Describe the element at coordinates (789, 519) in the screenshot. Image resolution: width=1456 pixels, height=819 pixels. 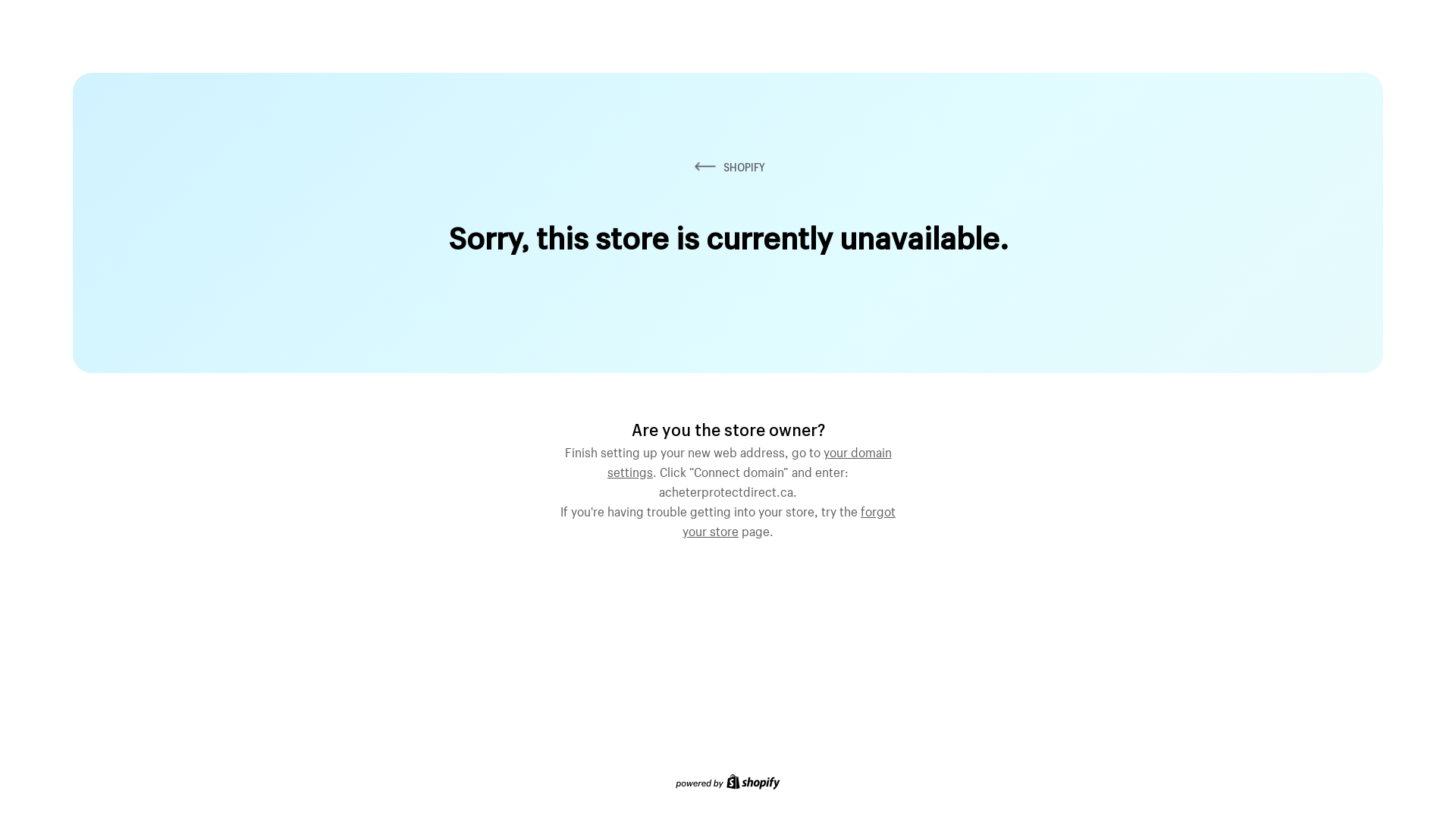
I see `'forgot your store'` at that location.